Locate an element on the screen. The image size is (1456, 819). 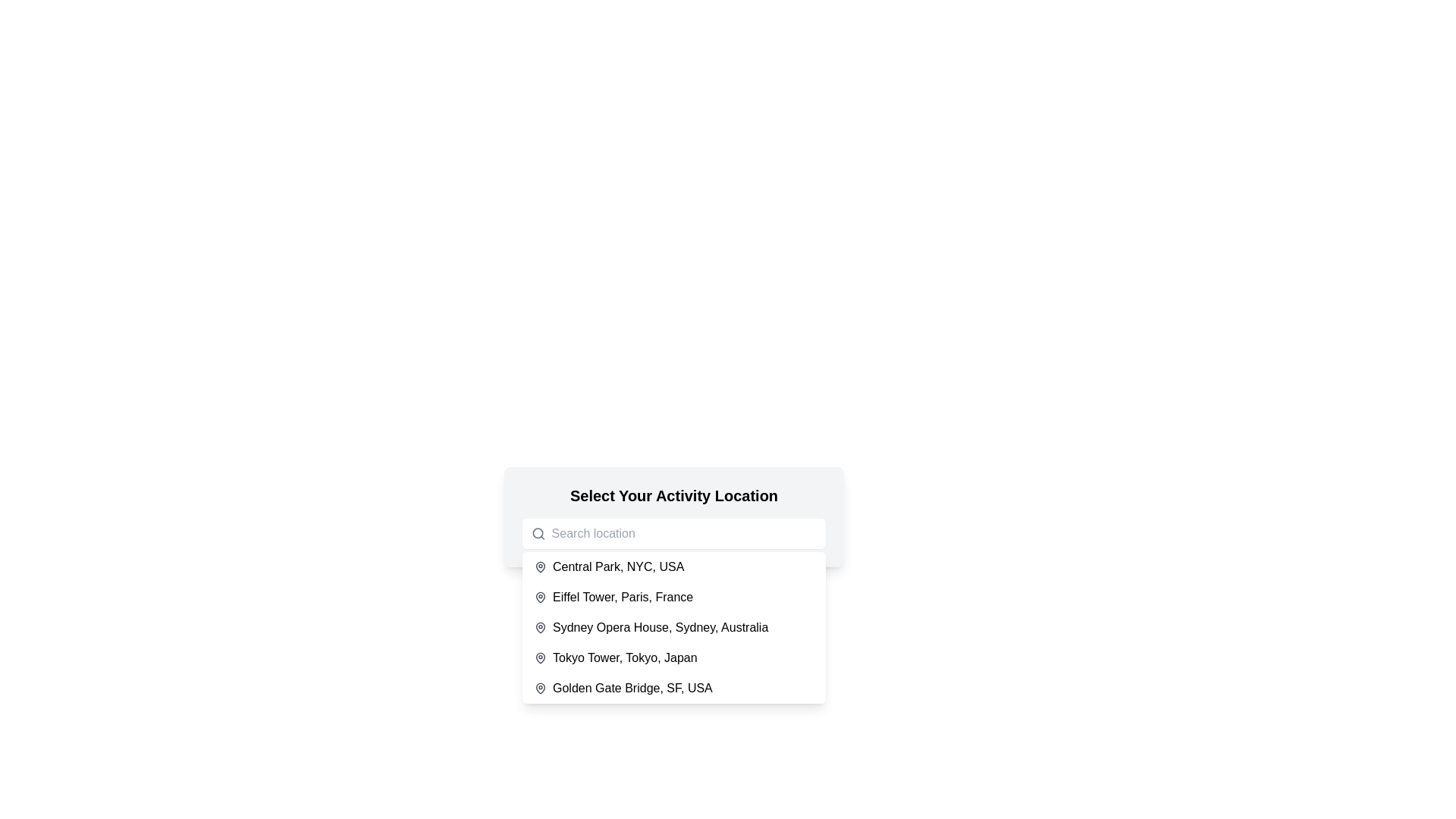
the map pin icon located to the left of the text 'Sydney Opera House, Sydney, Australia' within the geographical options menu list is located at coordinates (541, 628).